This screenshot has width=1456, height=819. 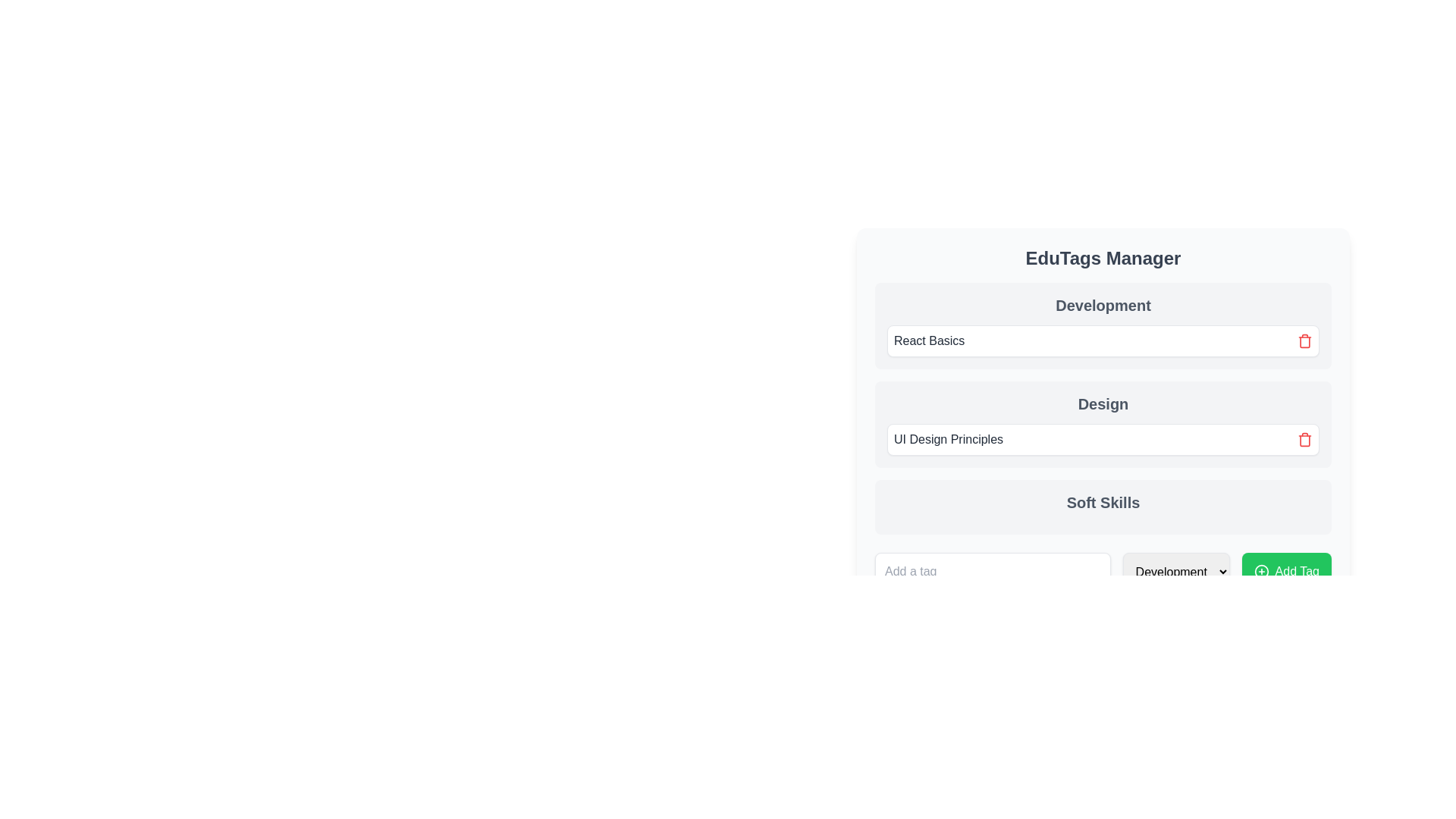 I want to click on the Grid layout containing categorized sections for displaying tags like 'Development', 'Design', and 'Soft Skills' within the 'EduTags Manager' interface, so click(x=1103, y=408).